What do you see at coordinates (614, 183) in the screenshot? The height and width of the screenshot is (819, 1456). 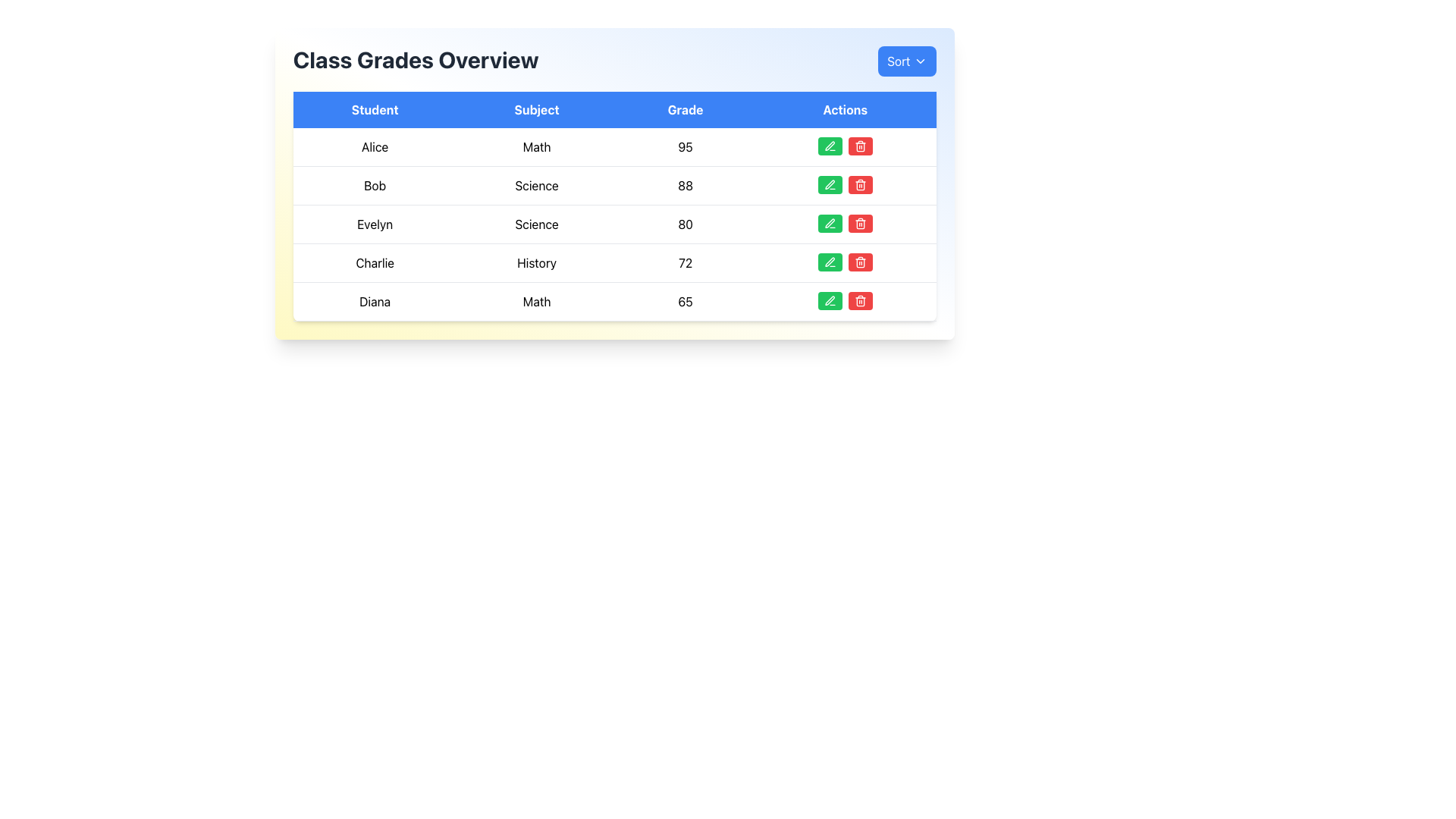 I see `text from the table displaying class grades, which is the only element resembling a table with specific headers in the central panel` at bounding box center [614, 183].